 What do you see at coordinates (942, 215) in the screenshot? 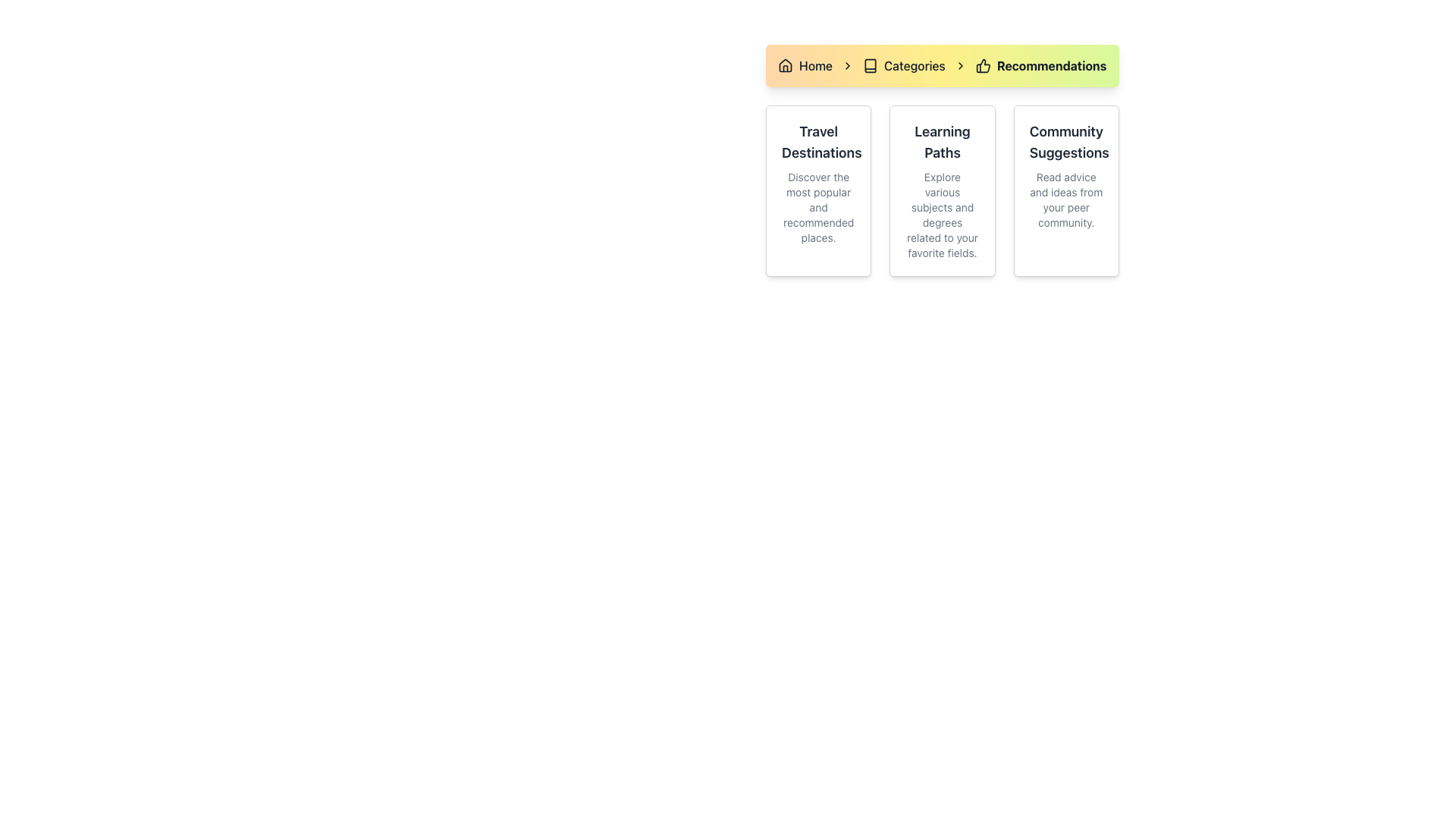
I see `the static text element that reads 'Explore various subjects and degrees related to your favorite fields.', which is located below the title 'Learning Paths'` at bounding box center [942, 215].